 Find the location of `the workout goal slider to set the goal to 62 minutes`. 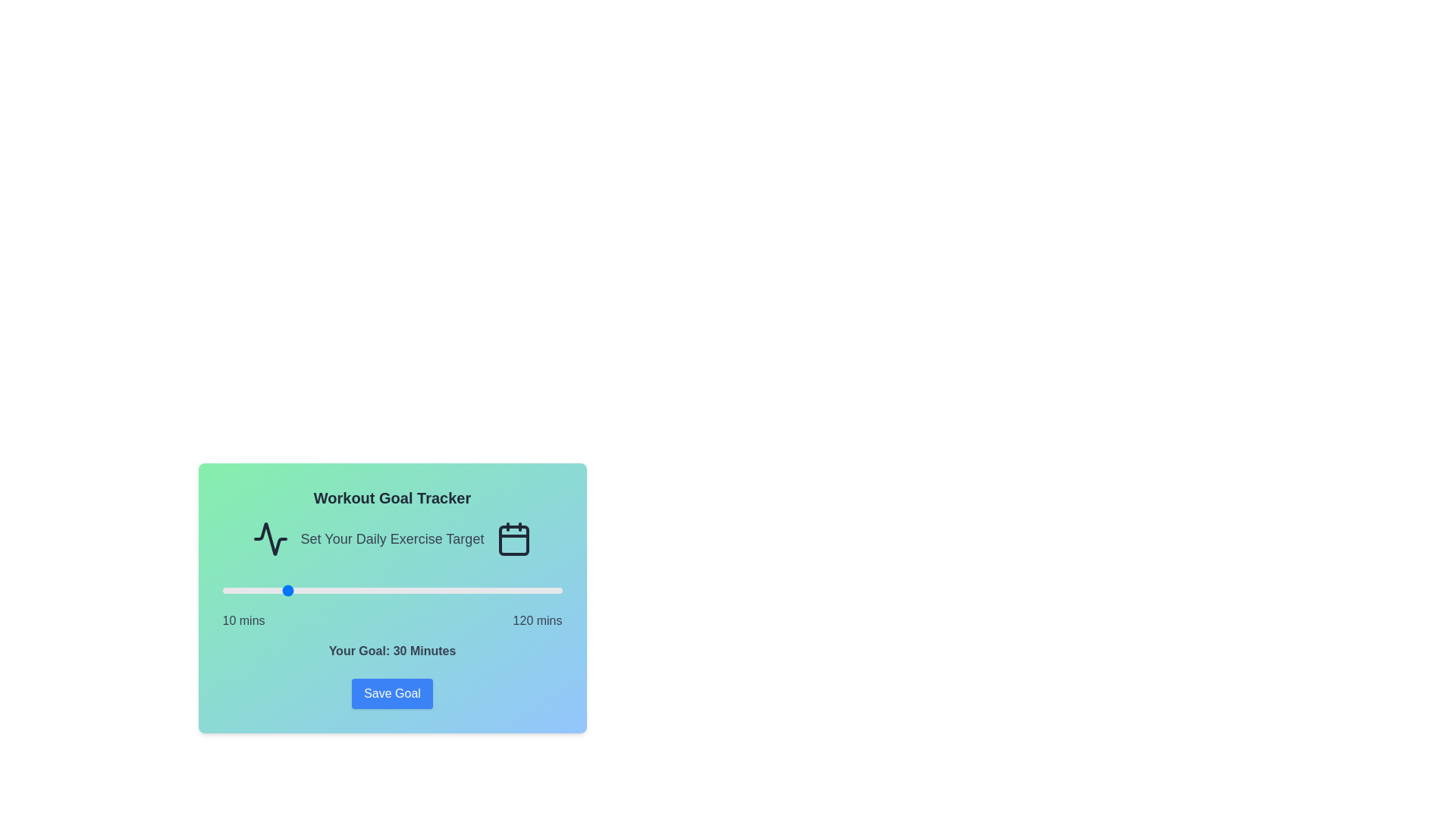

the workout goal slider to set the goal to 62 minutes is located at coordinates (383, 590).